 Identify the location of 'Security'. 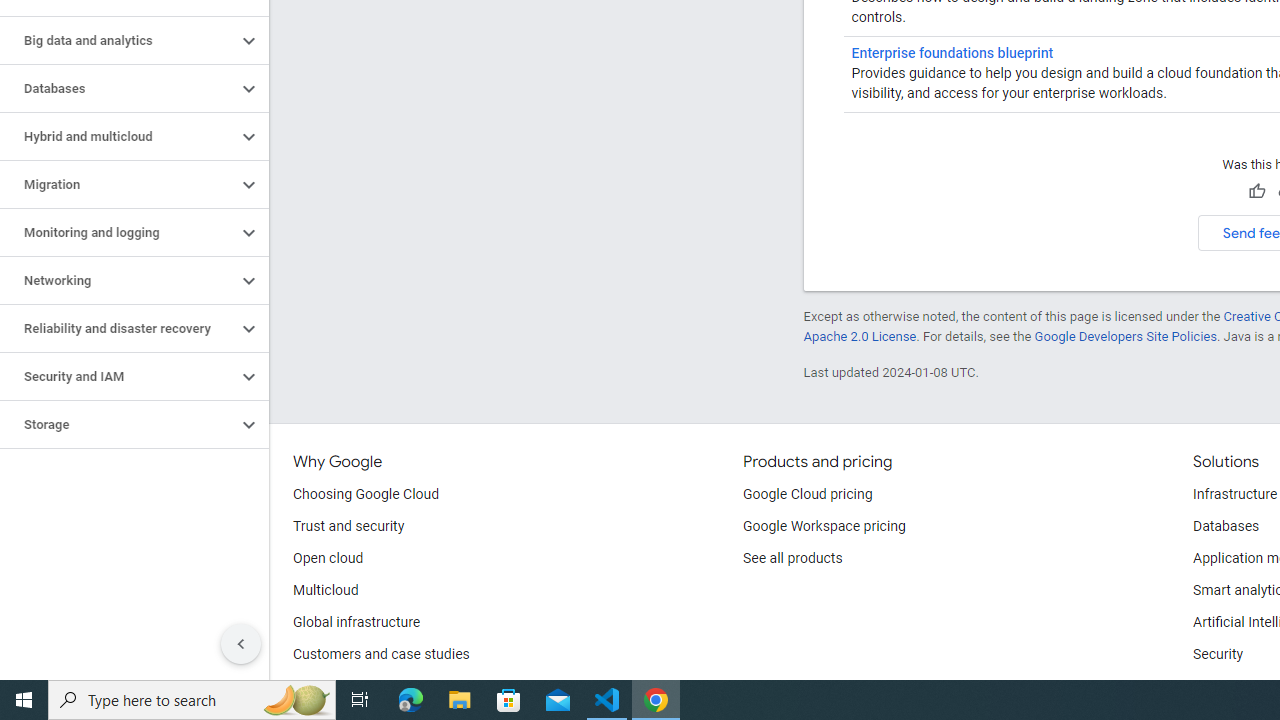
(1217, 655).